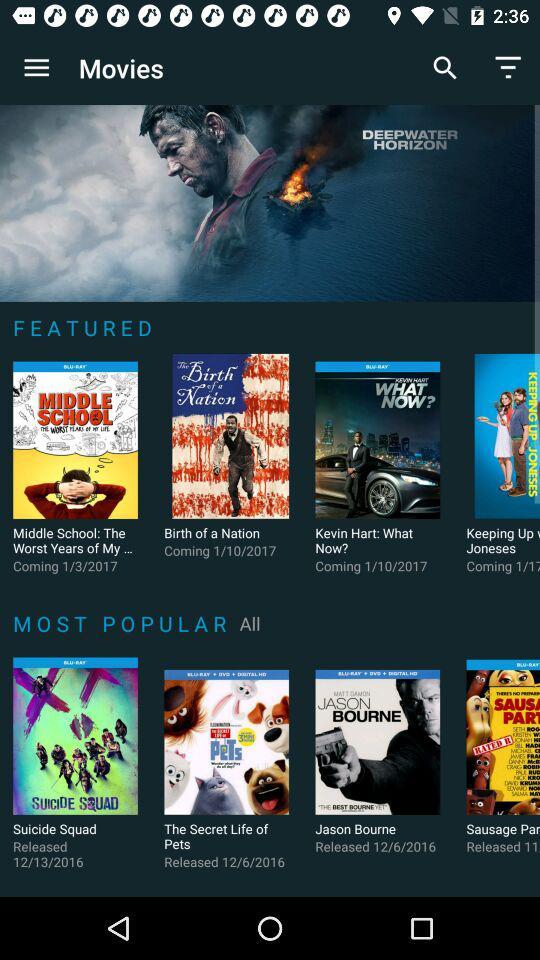 The width and height of the screenshot is (540, 960). Describe the element at coordinates (123, 622) in the screenshot. I see `the icon to the left of all icon` at that location.